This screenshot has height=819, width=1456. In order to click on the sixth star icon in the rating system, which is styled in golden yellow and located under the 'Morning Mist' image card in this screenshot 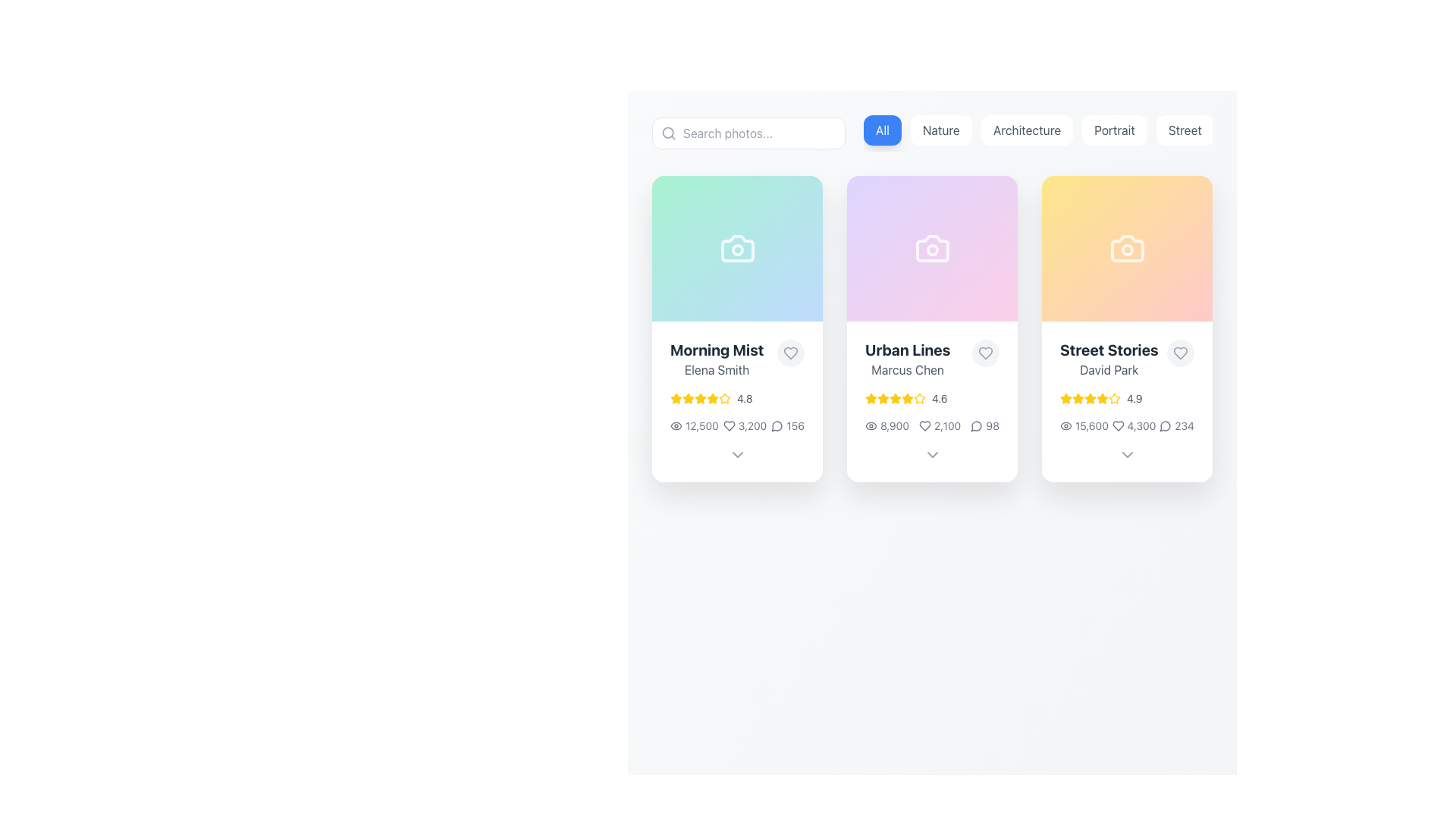, I will do `click(712, 397)`.